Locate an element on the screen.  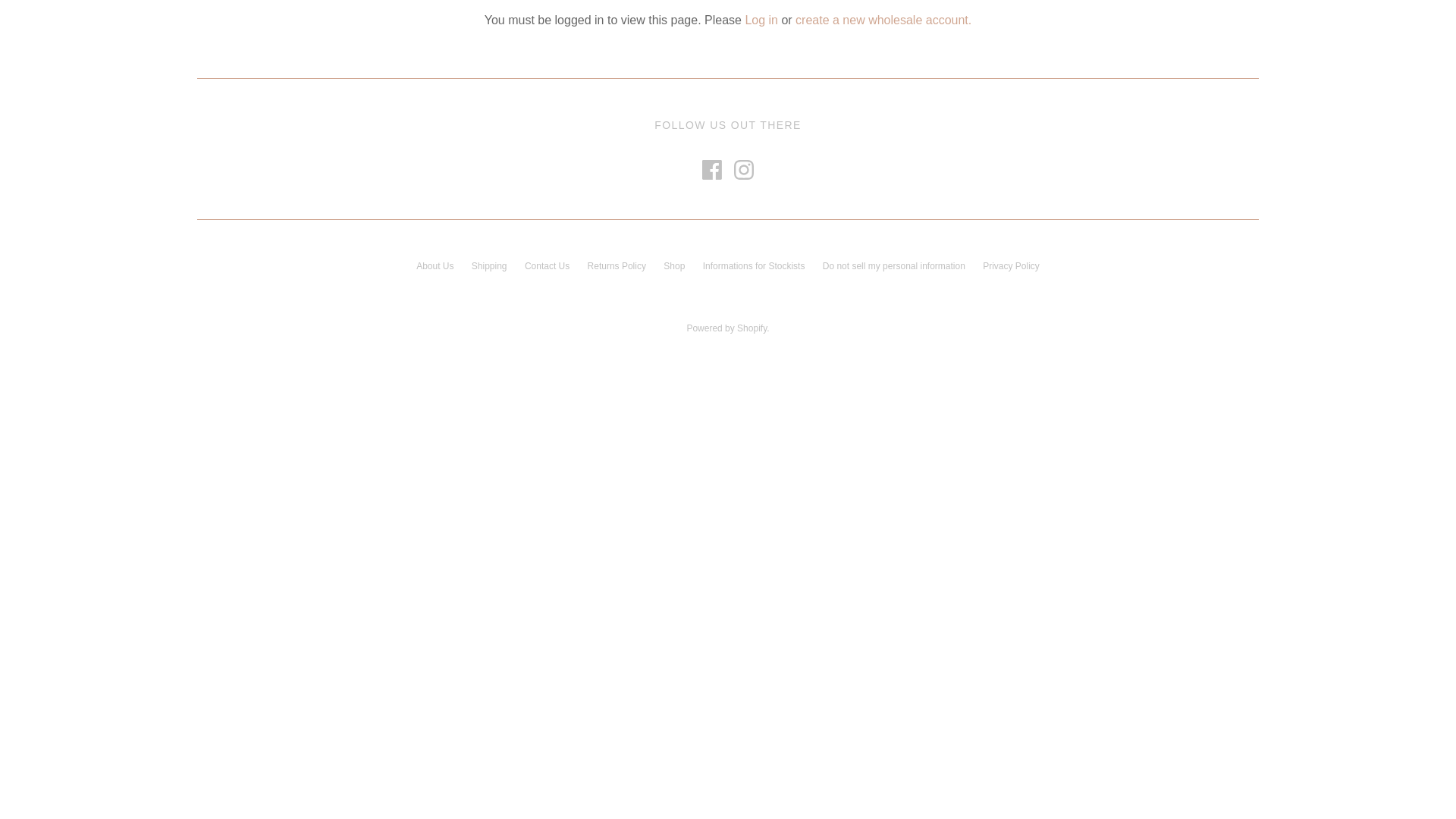
'About Us' is located at coordinates (434, 265).